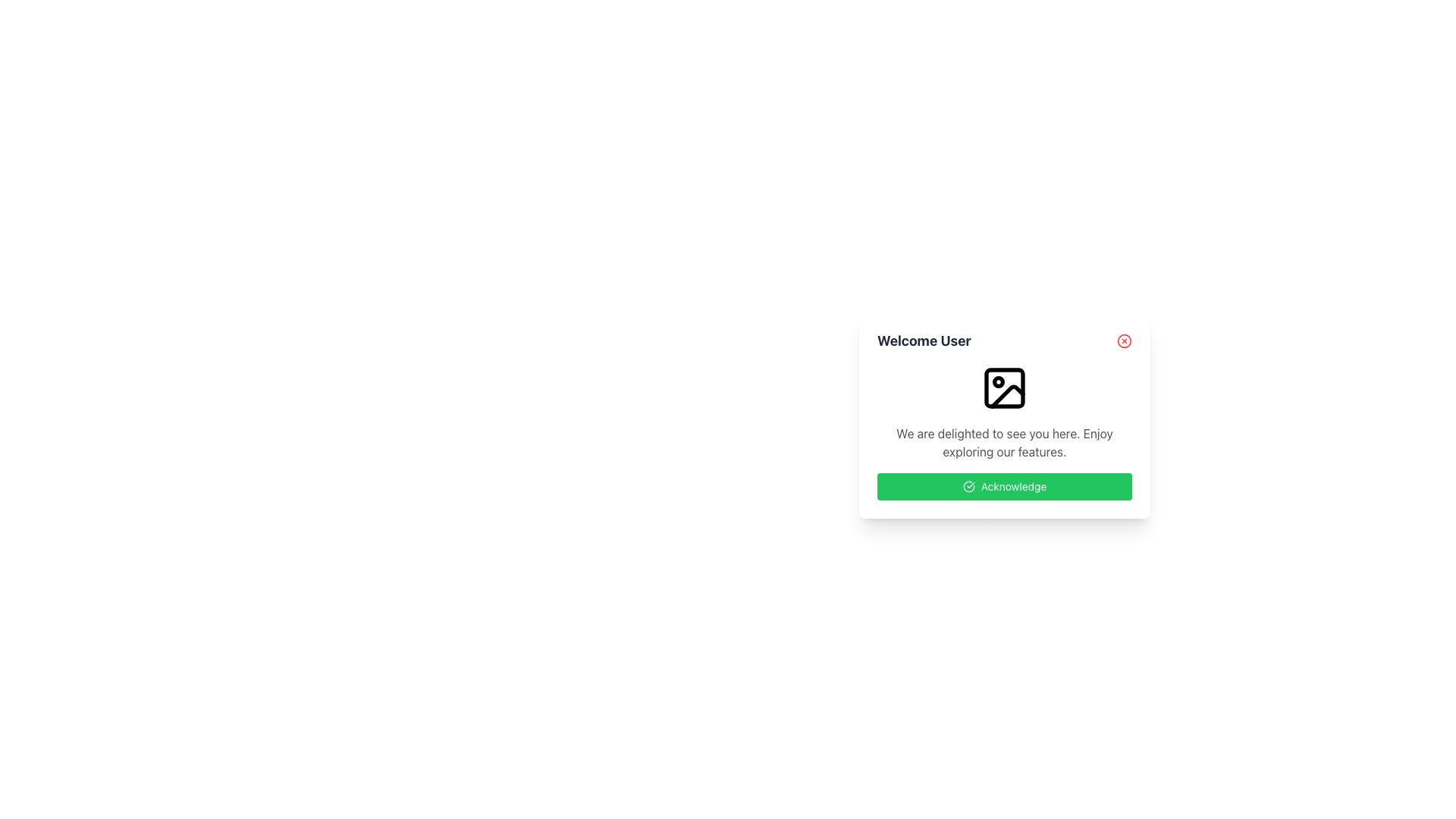  I want to click on the checkmark icon located in the top-right corner of the popup card that conveys a confirmation or success symbol, so click(968, 486).